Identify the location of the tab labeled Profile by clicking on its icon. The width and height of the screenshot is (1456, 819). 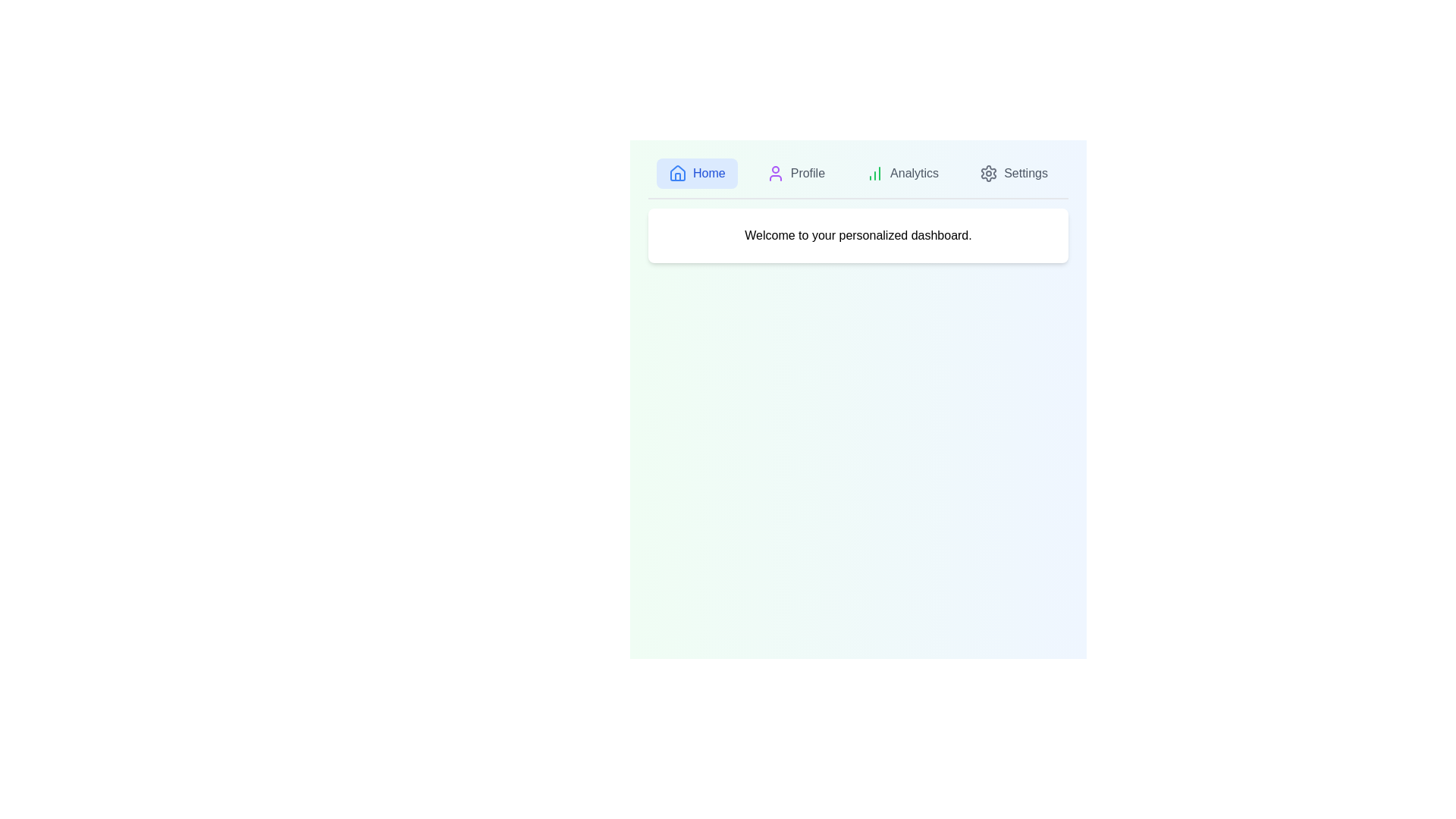
(795, 172).